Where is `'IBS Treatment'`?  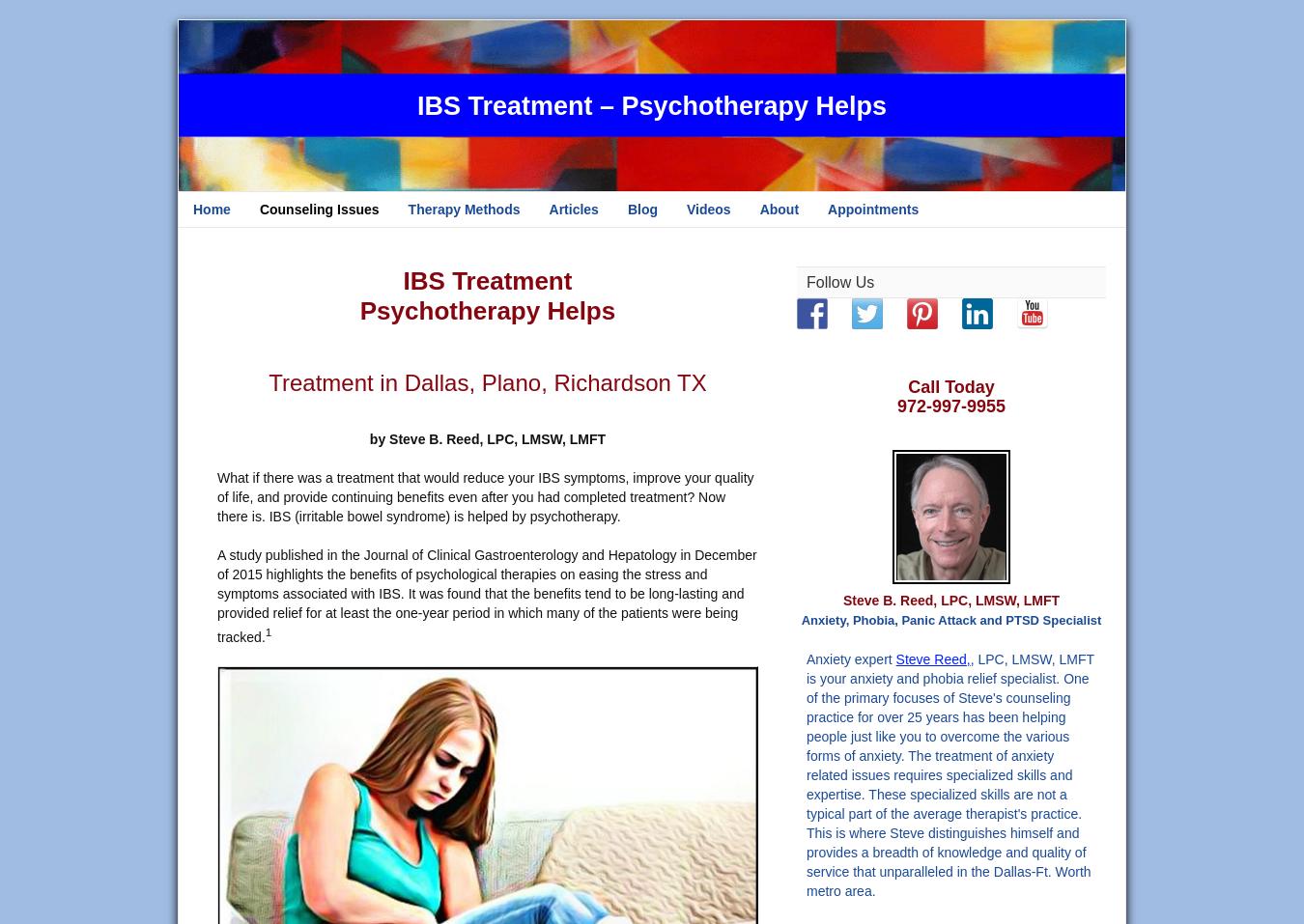 'IBS Treatment' is located at coordinates (486, 281).